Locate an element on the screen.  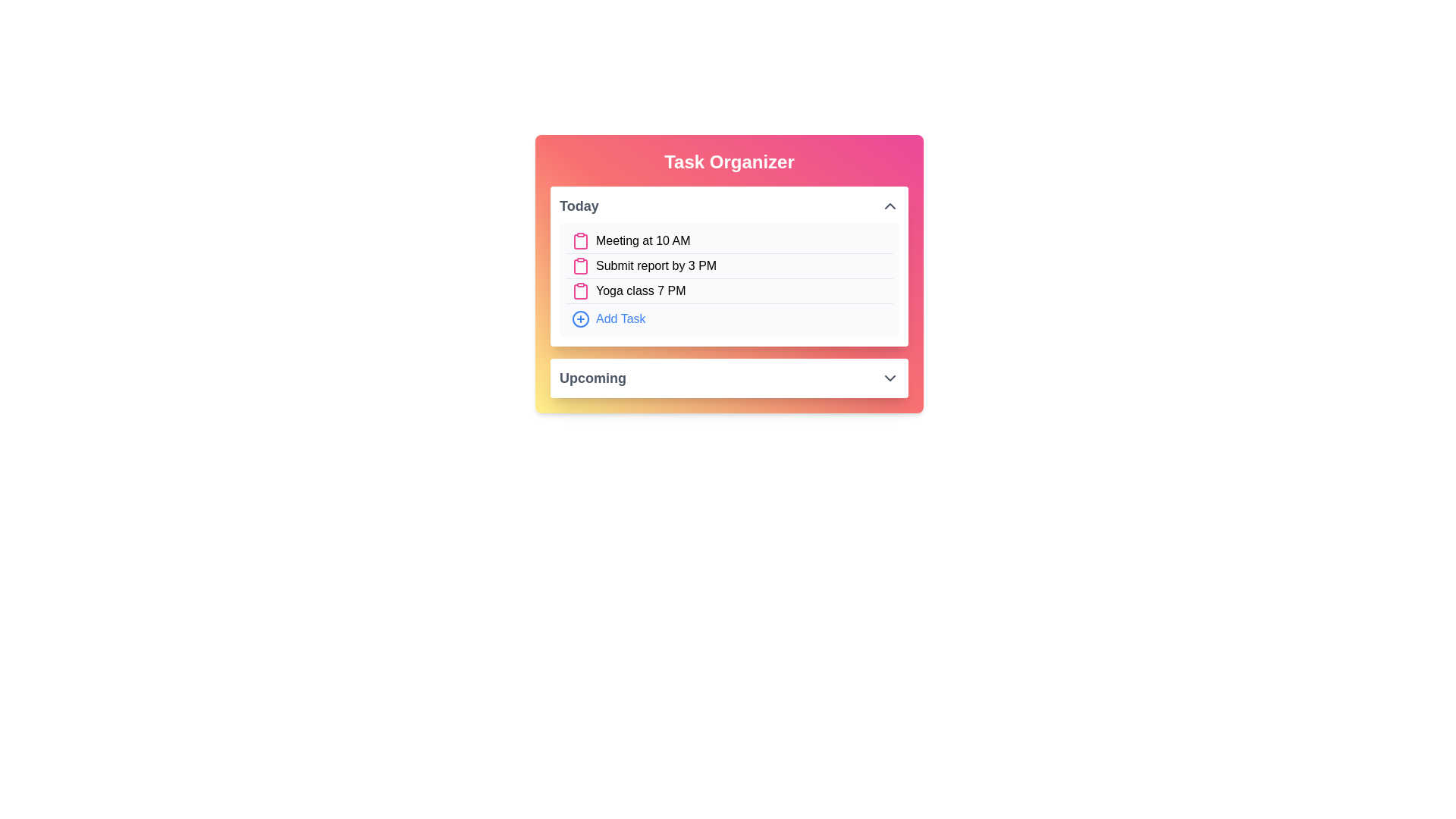
the circular gray icon with a '+' symbol inside, located to the left of the 'Add Task' text in the 'Today' section of the 'Task Organizer' interface is located at coordinates (580, 318).